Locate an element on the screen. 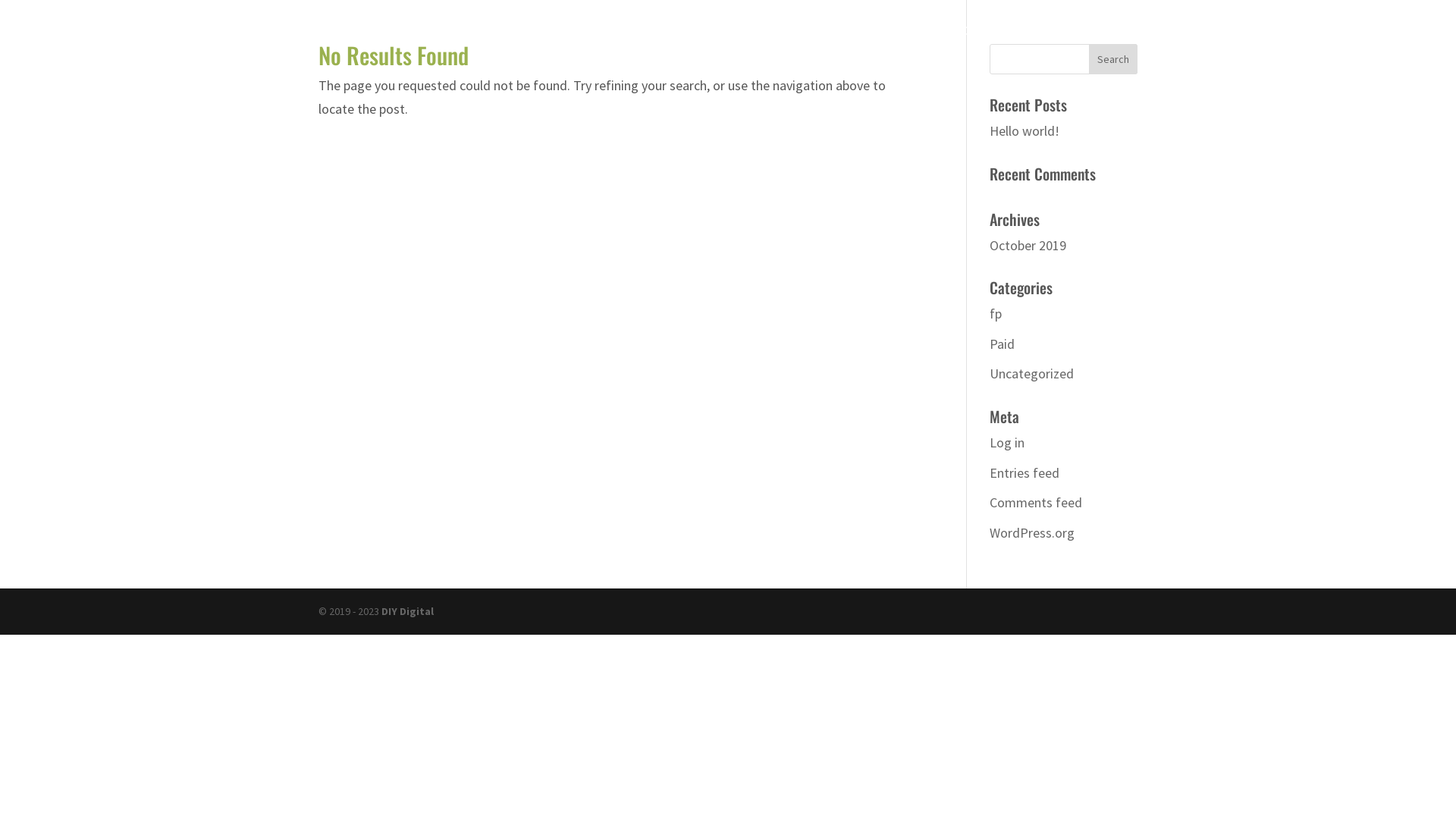  'DIY Digital' is located at coordinates (407, 610).